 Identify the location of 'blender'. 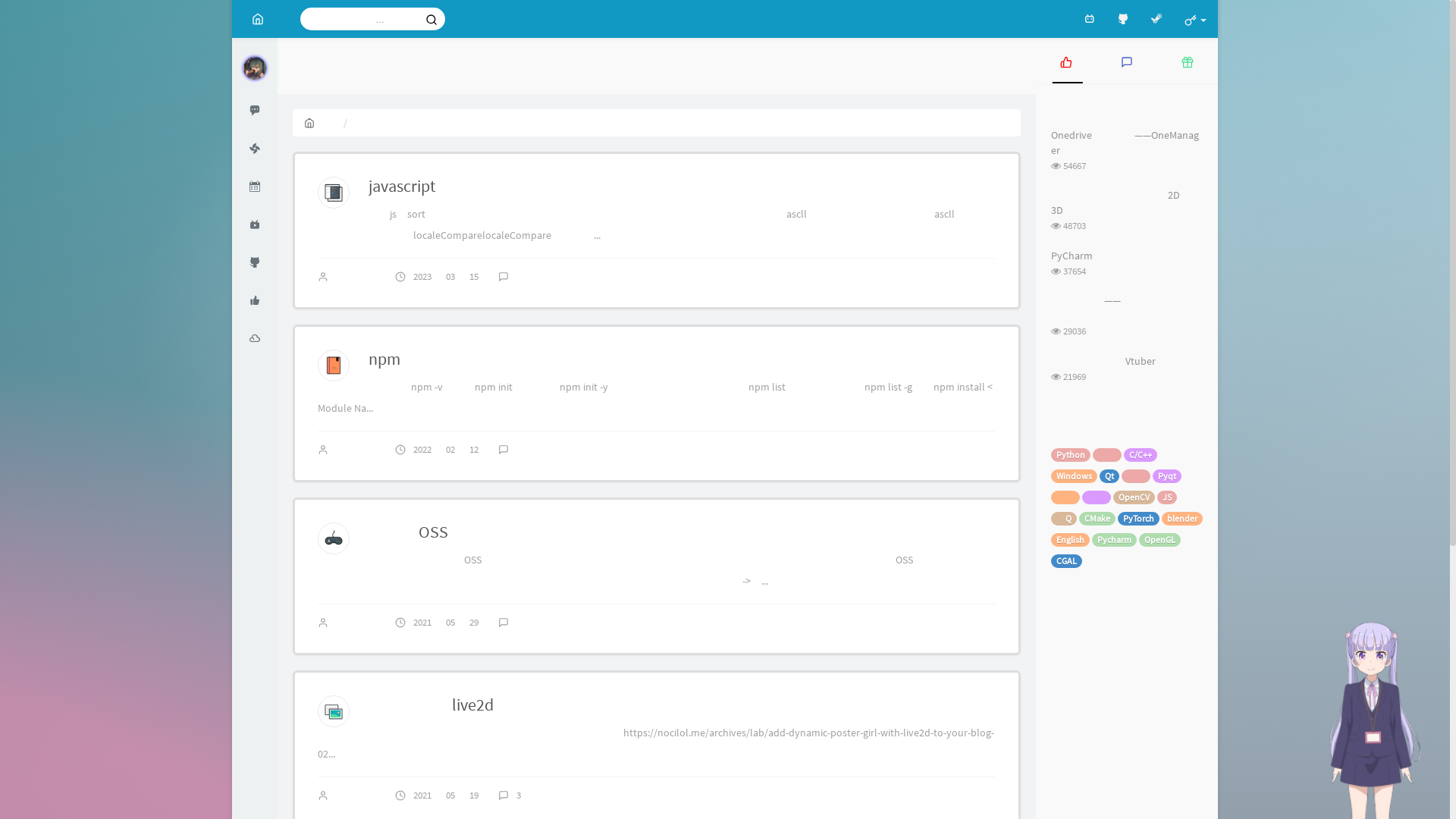
(1160, 517).